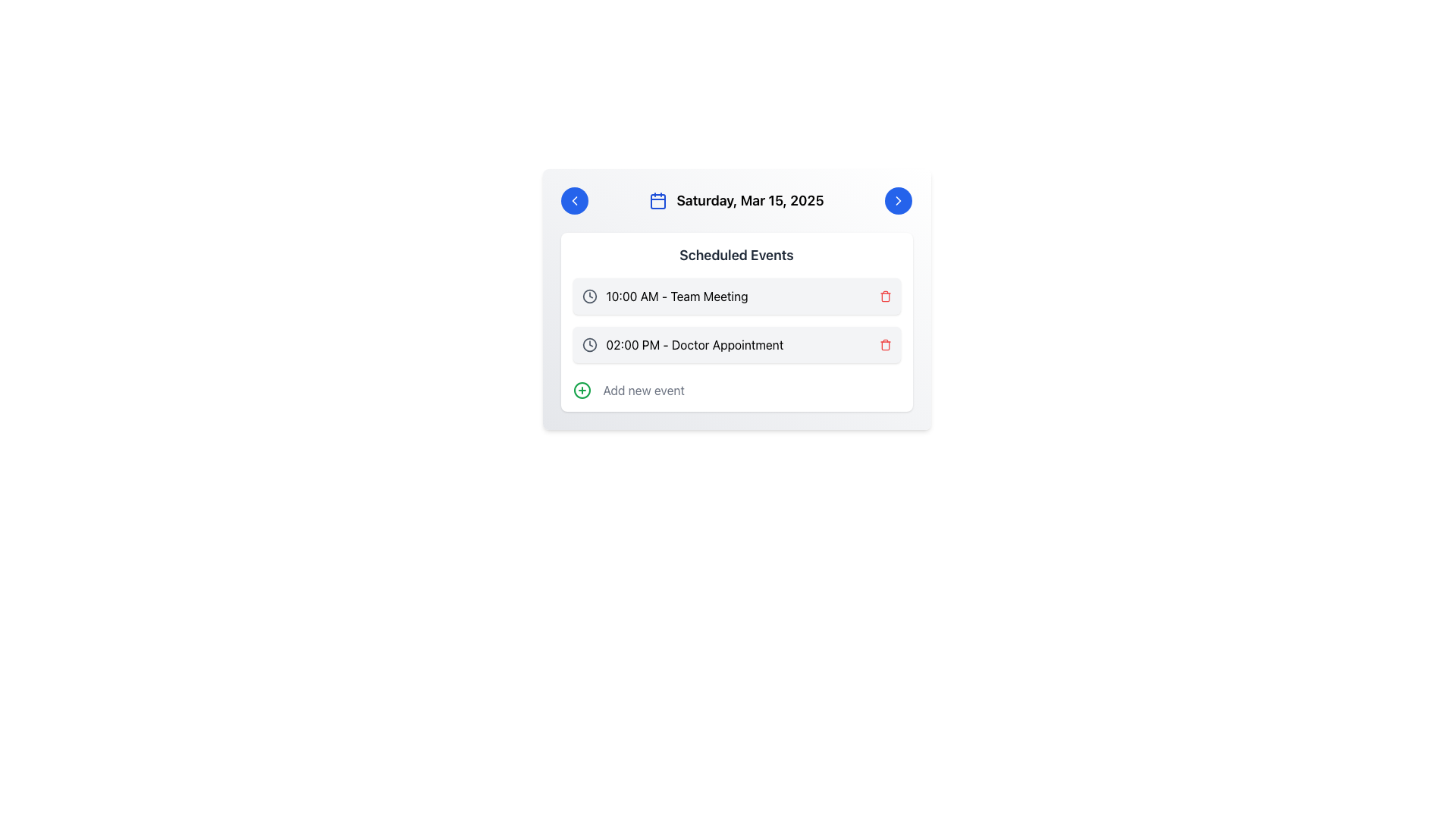  What do you see at coordinates (573, 200) in the screenshot?
I see `the navigational button on the far left of the header displaying 'Saturday, Mar 15, 2025'` at bounding box center [573, 200].